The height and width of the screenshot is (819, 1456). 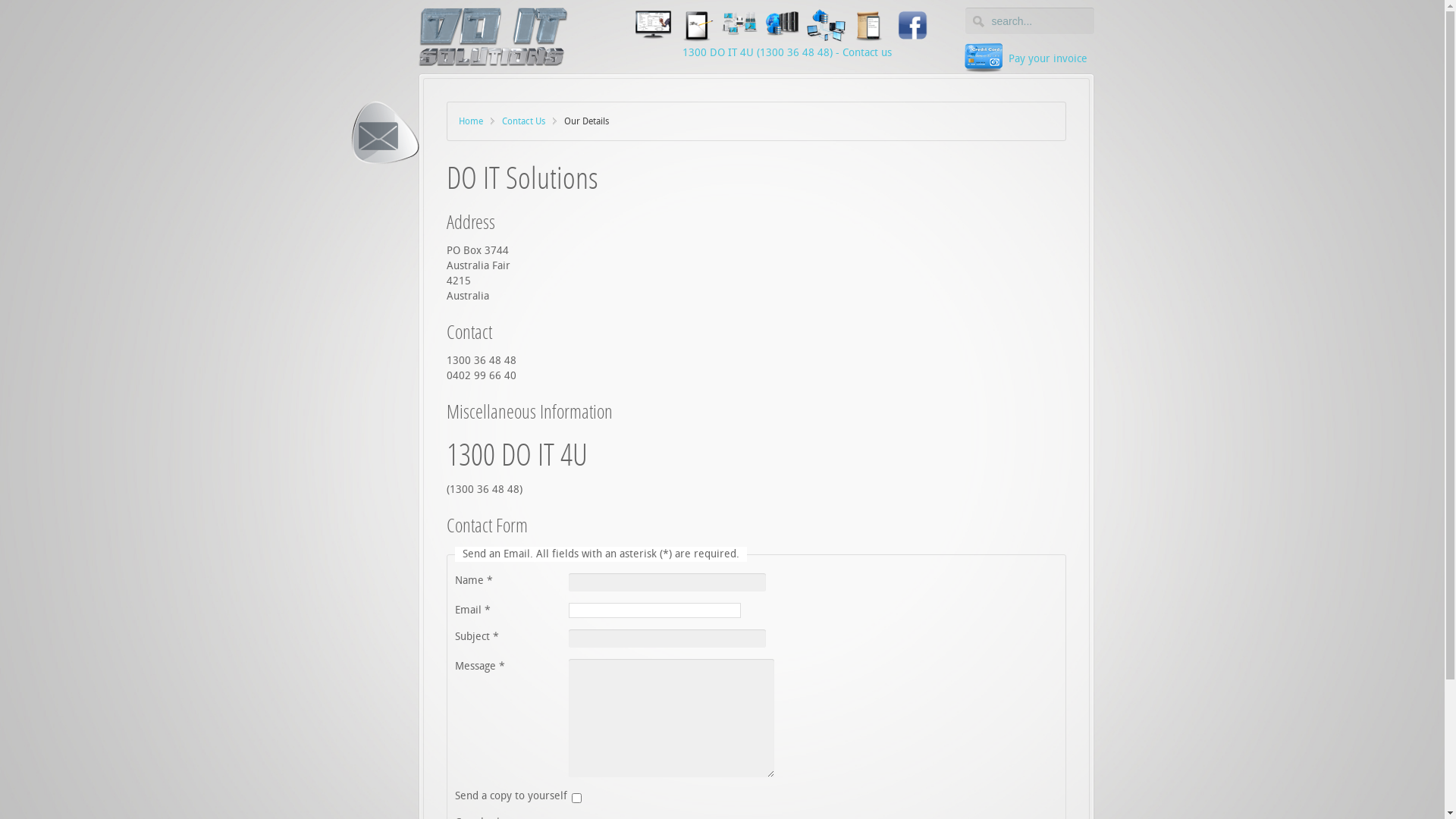 I want to click on 'Reset', so click(x=3, y=2).